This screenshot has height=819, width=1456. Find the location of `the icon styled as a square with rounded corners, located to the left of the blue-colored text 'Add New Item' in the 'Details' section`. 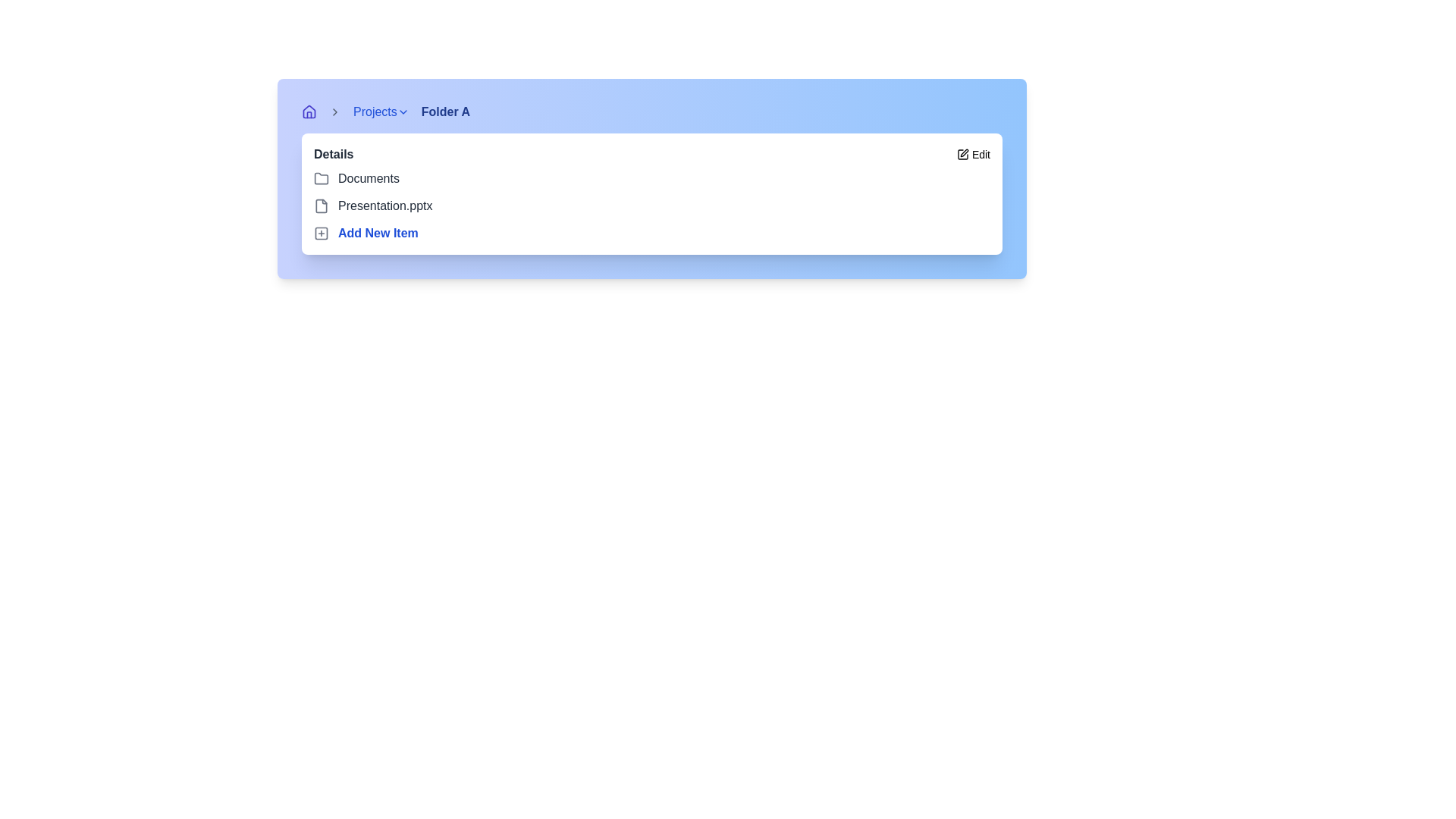

the icon styled as a square with rounded corners, located to the left of the blue-colored text 'Add New Item' in the 'Details' section is located at coordinates (320, 234).